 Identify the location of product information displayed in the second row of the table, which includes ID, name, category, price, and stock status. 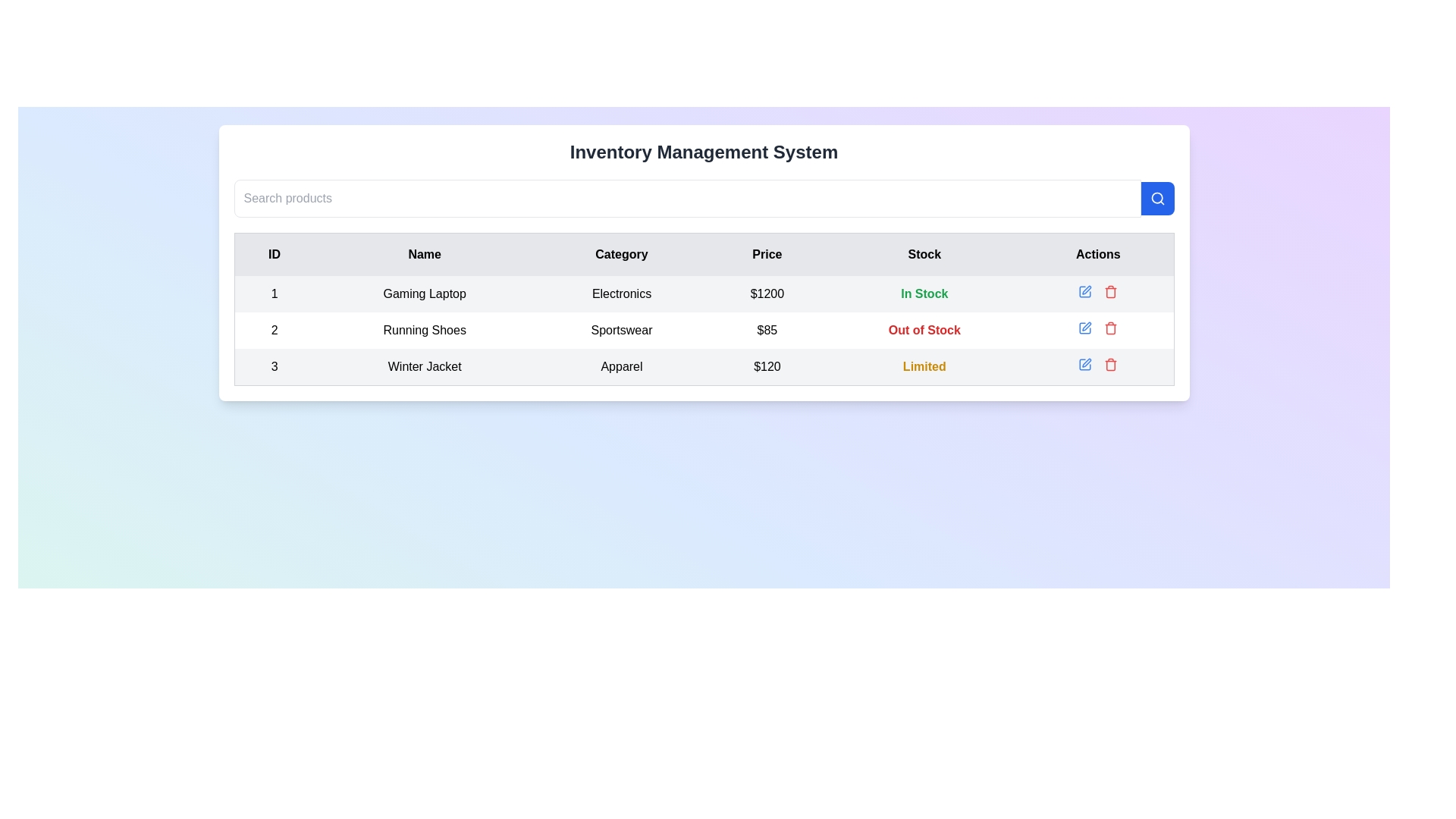
(703, 329).